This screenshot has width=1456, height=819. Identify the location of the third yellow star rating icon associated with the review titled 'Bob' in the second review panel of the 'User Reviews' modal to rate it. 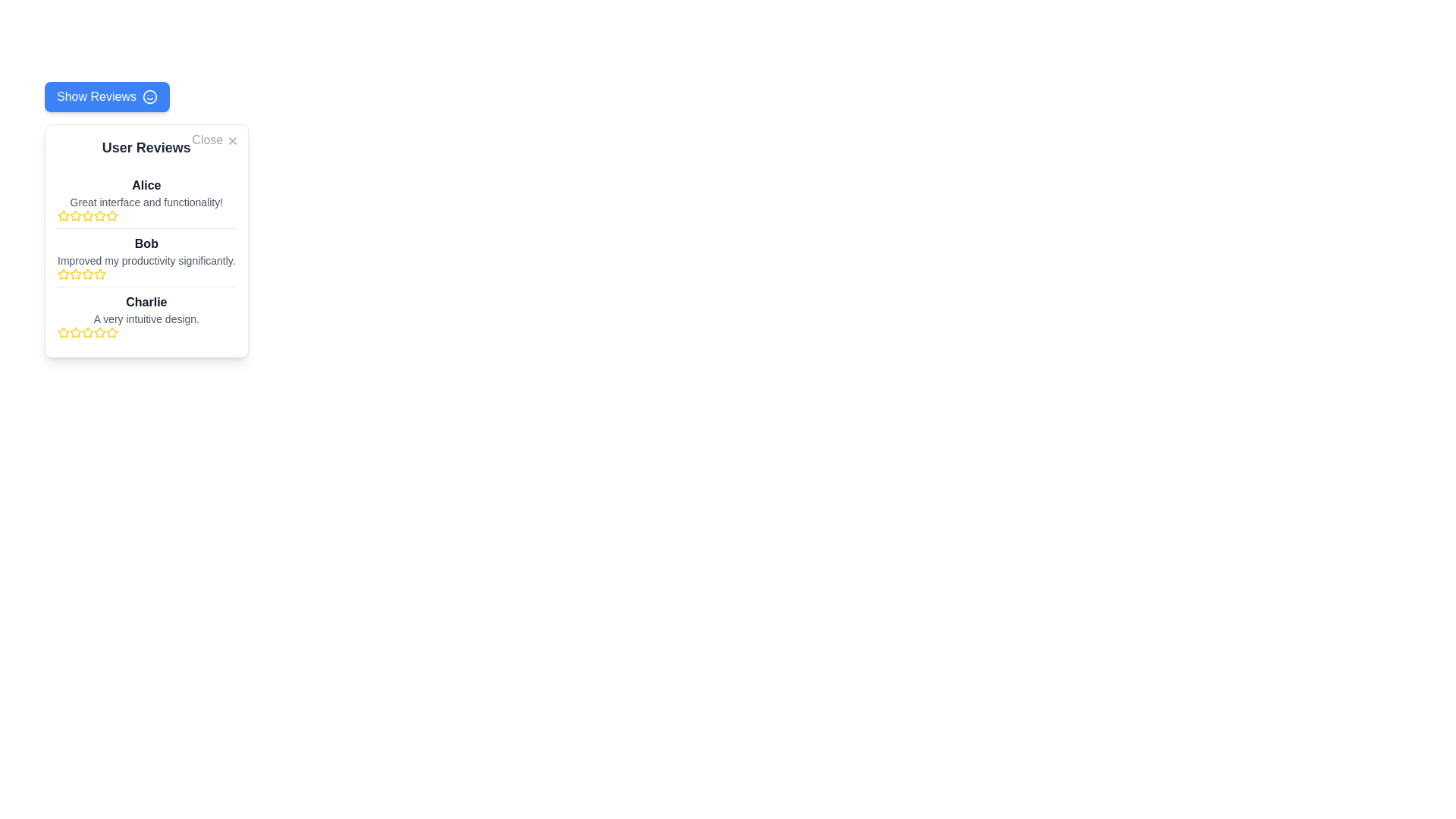
(75, 275).